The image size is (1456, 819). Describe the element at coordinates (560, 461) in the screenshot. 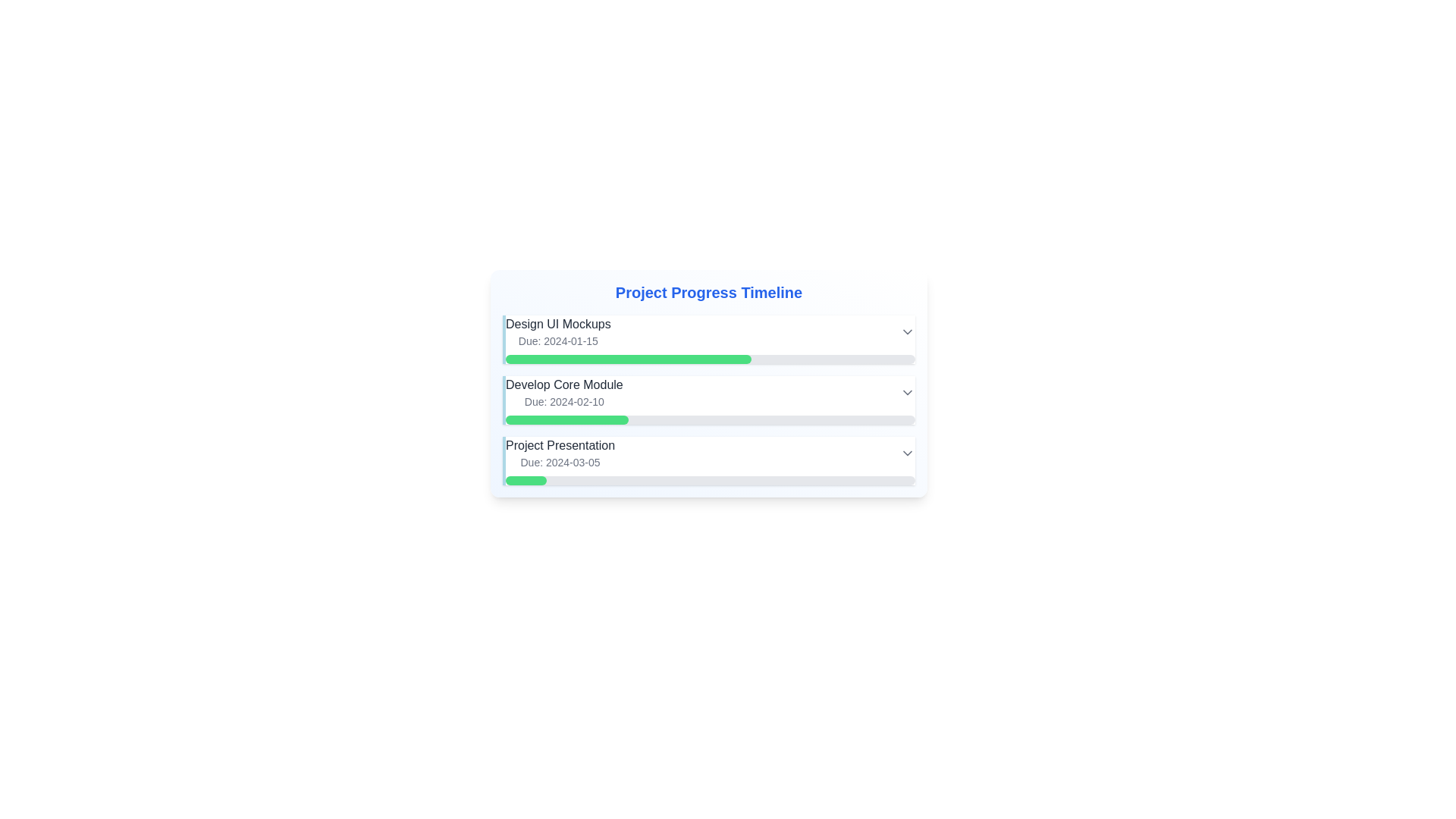

I see `text label displaying 'Due: 2024-03-05' located below the 'Project Presentation' text in the 'Project Progress Timeline' section` at that location.